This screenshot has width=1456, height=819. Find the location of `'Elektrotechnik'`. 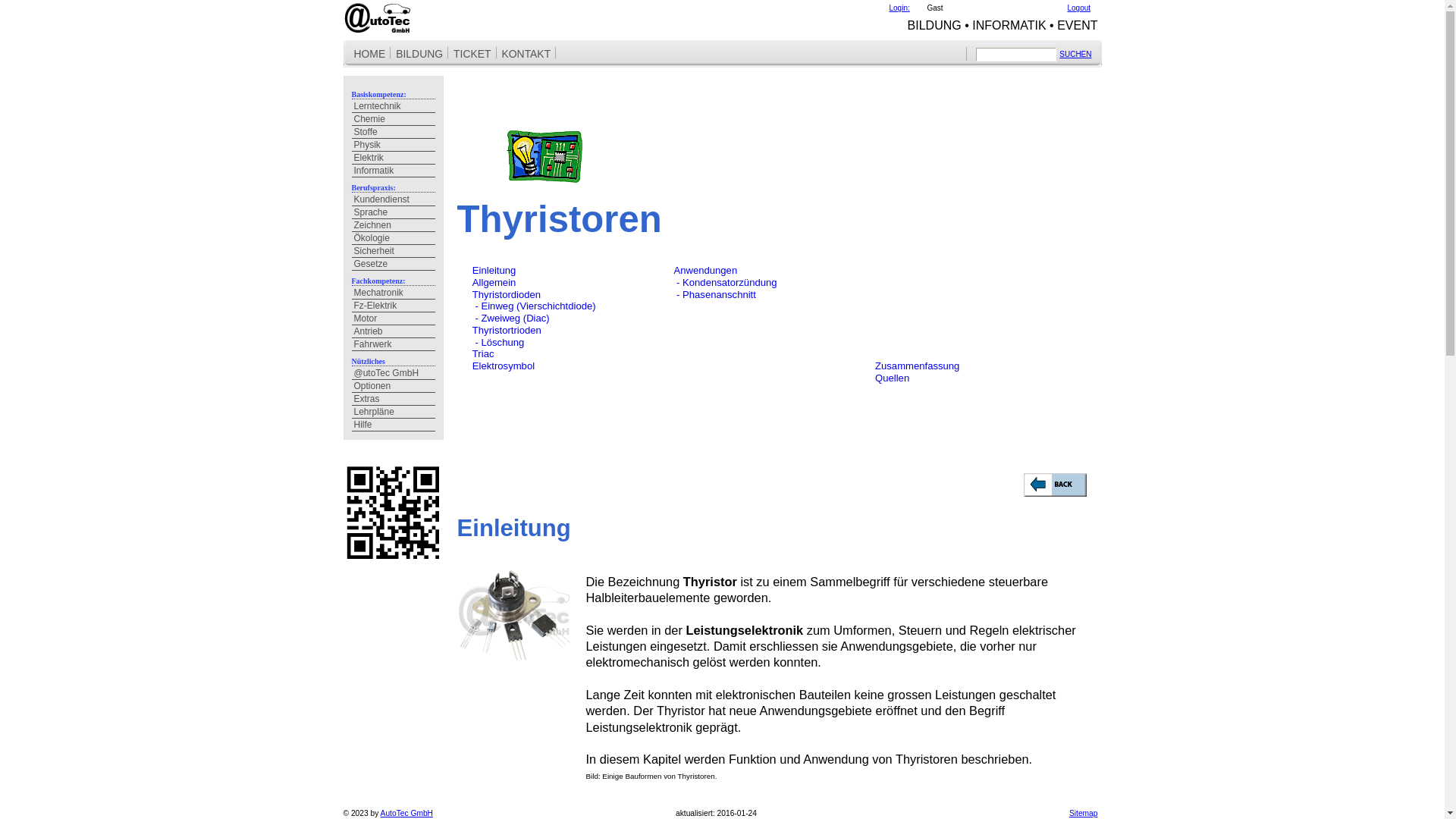

'Elektrotechnik' is located at coordinates (544, 156).